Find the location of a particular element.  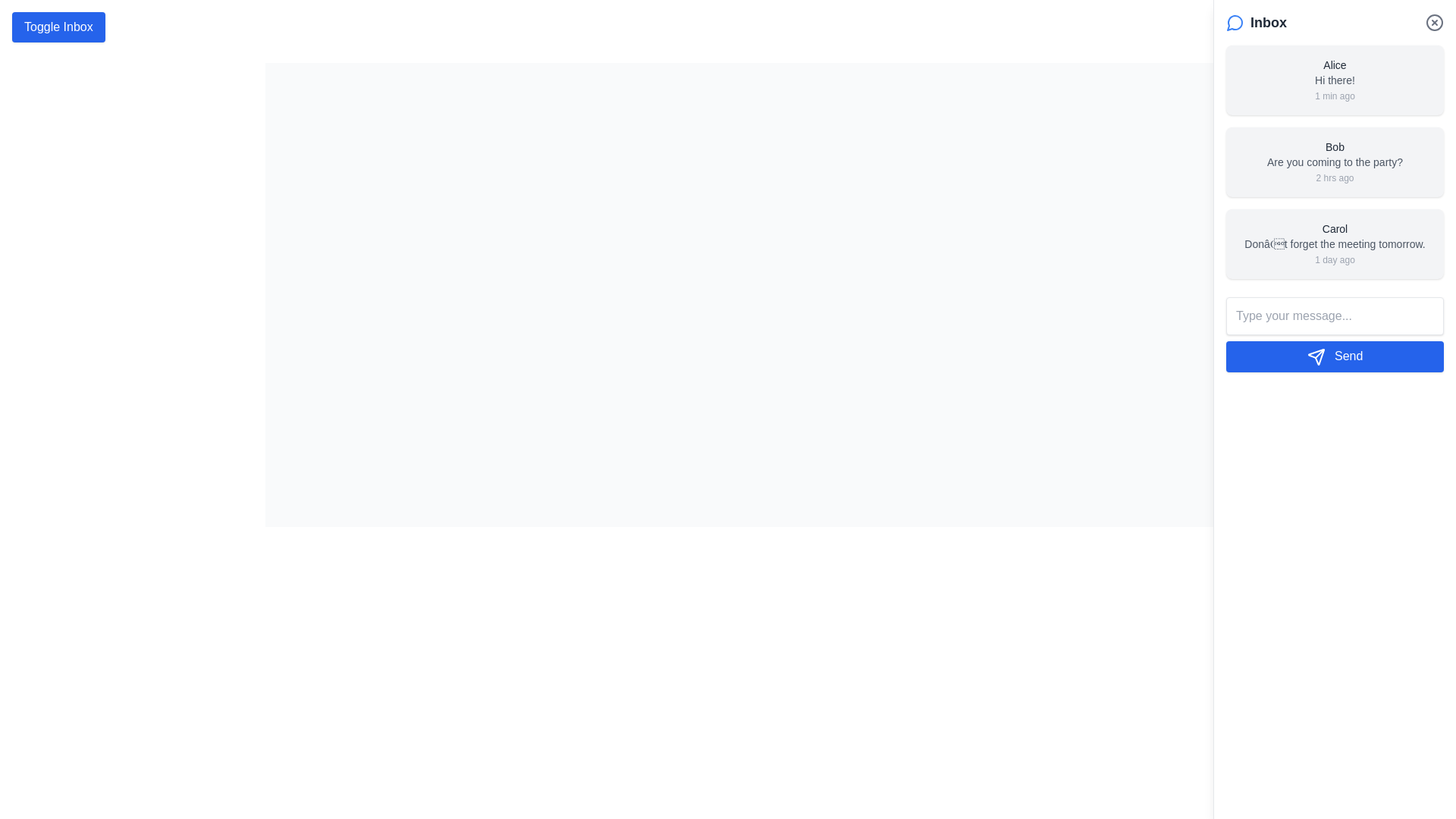

the third chat message entry from 'Carol' with a light gray background is located at coordinates (1335, 243).